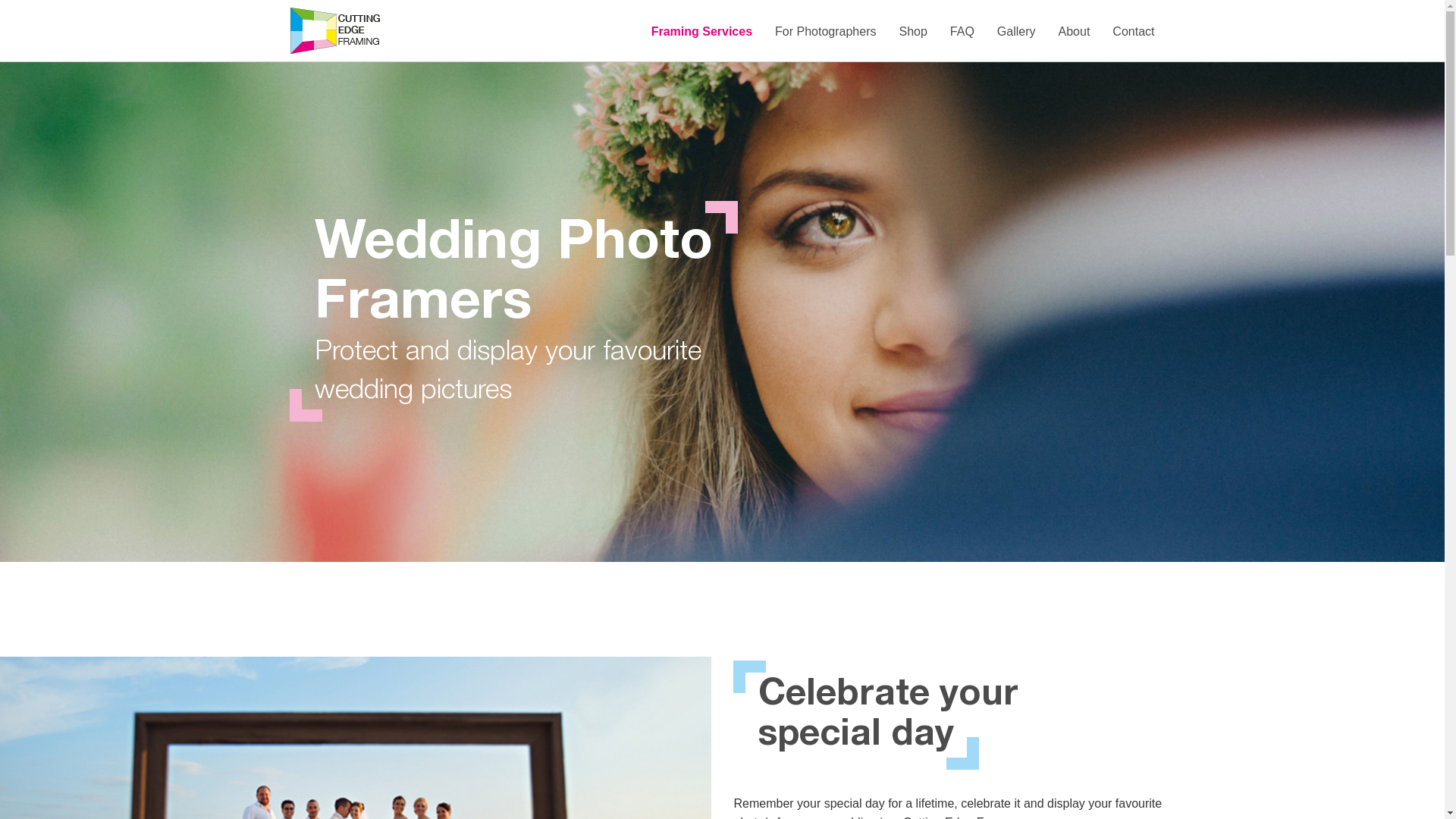 The image size is (1456, 819). Describe the element at coordinates (1073, 32) in the screenshot. I see `'About'` at that location.